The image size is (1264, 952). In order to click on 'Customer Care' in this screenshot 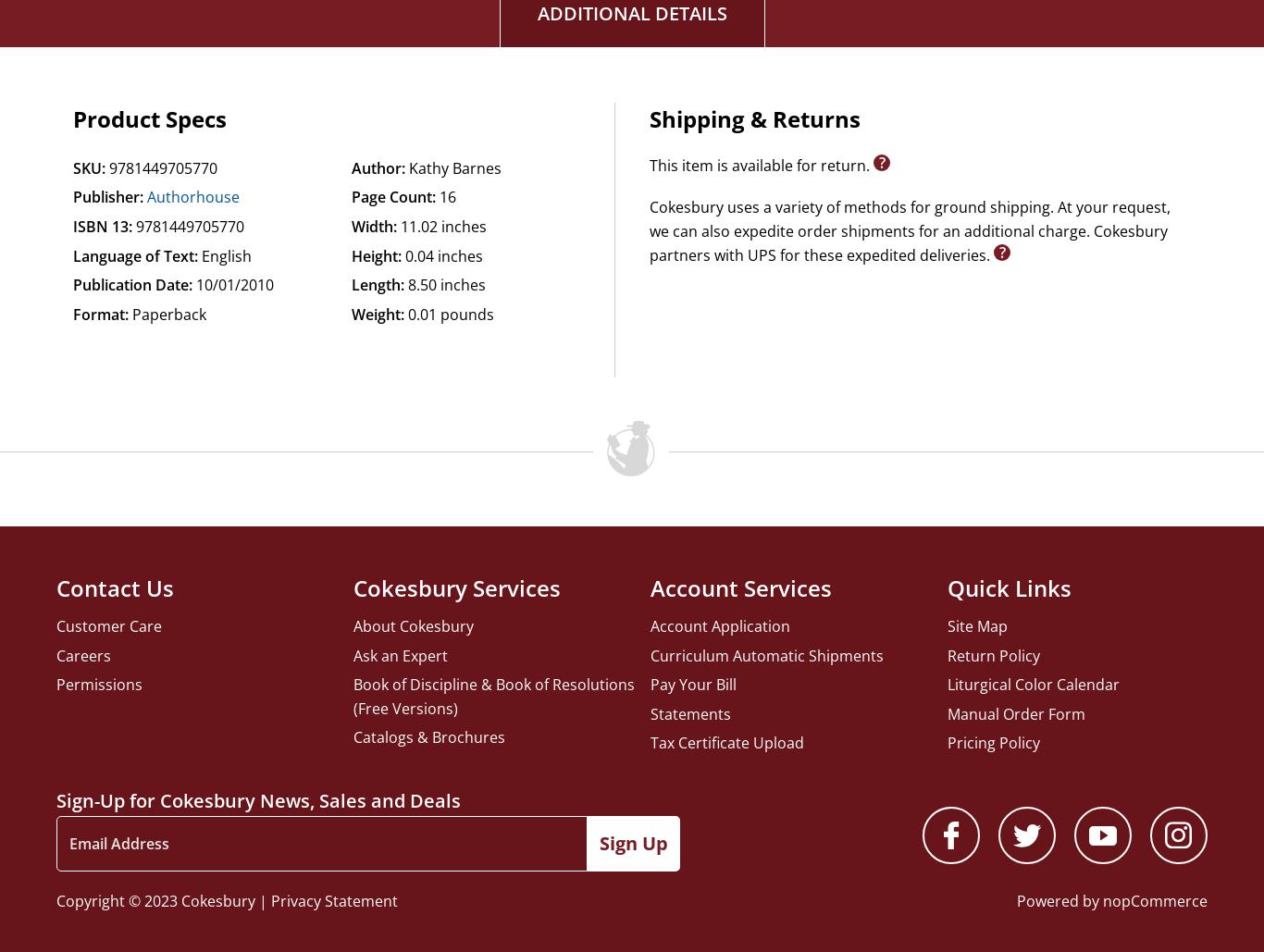, I will do `click(108, 624)`.